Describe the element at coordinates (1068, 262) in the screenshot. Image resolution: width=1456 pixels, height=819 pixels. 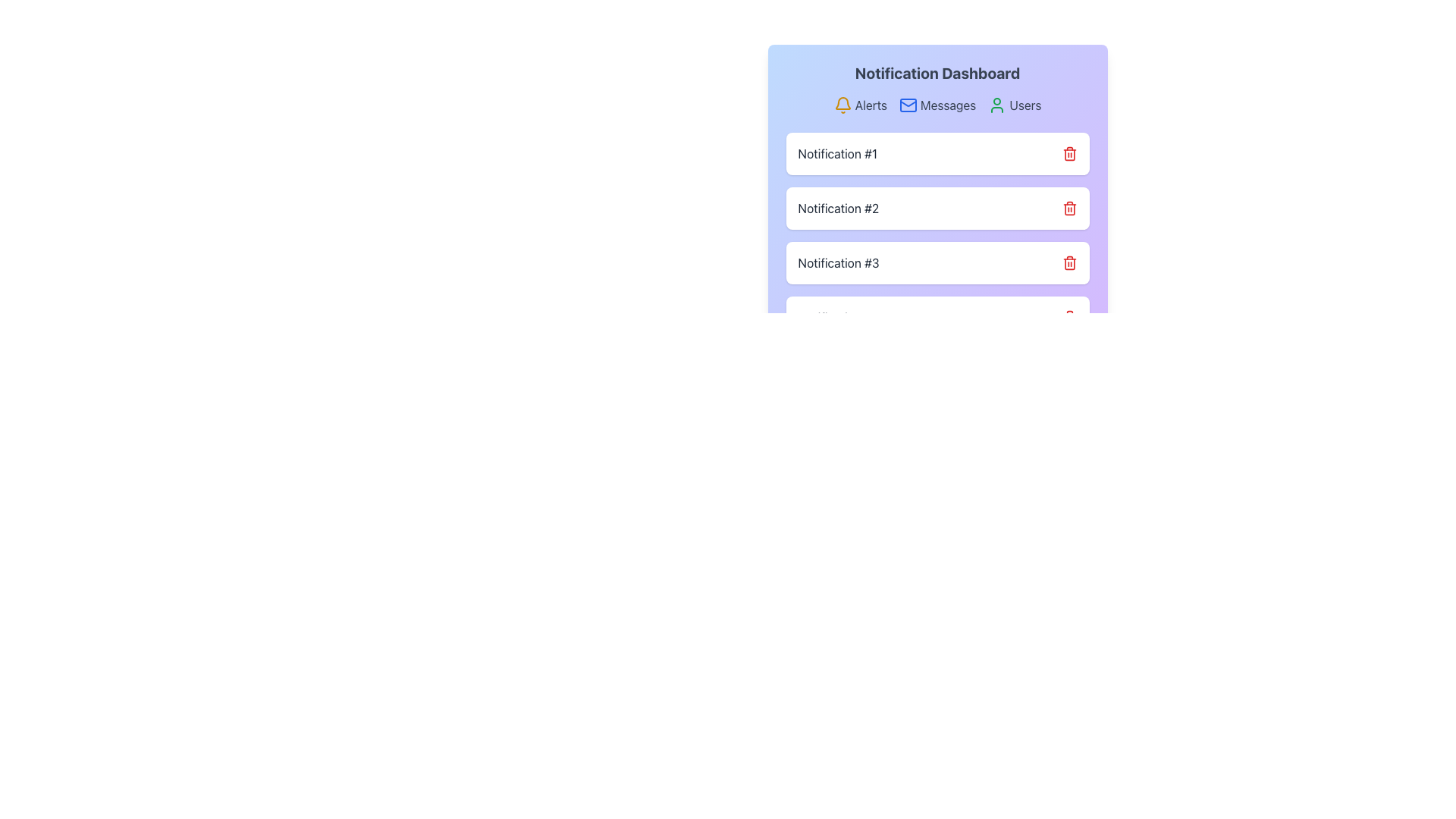
I see `the red trash icon button located at the far-right end of the notification card labeled 'Notification #3'` at that location.